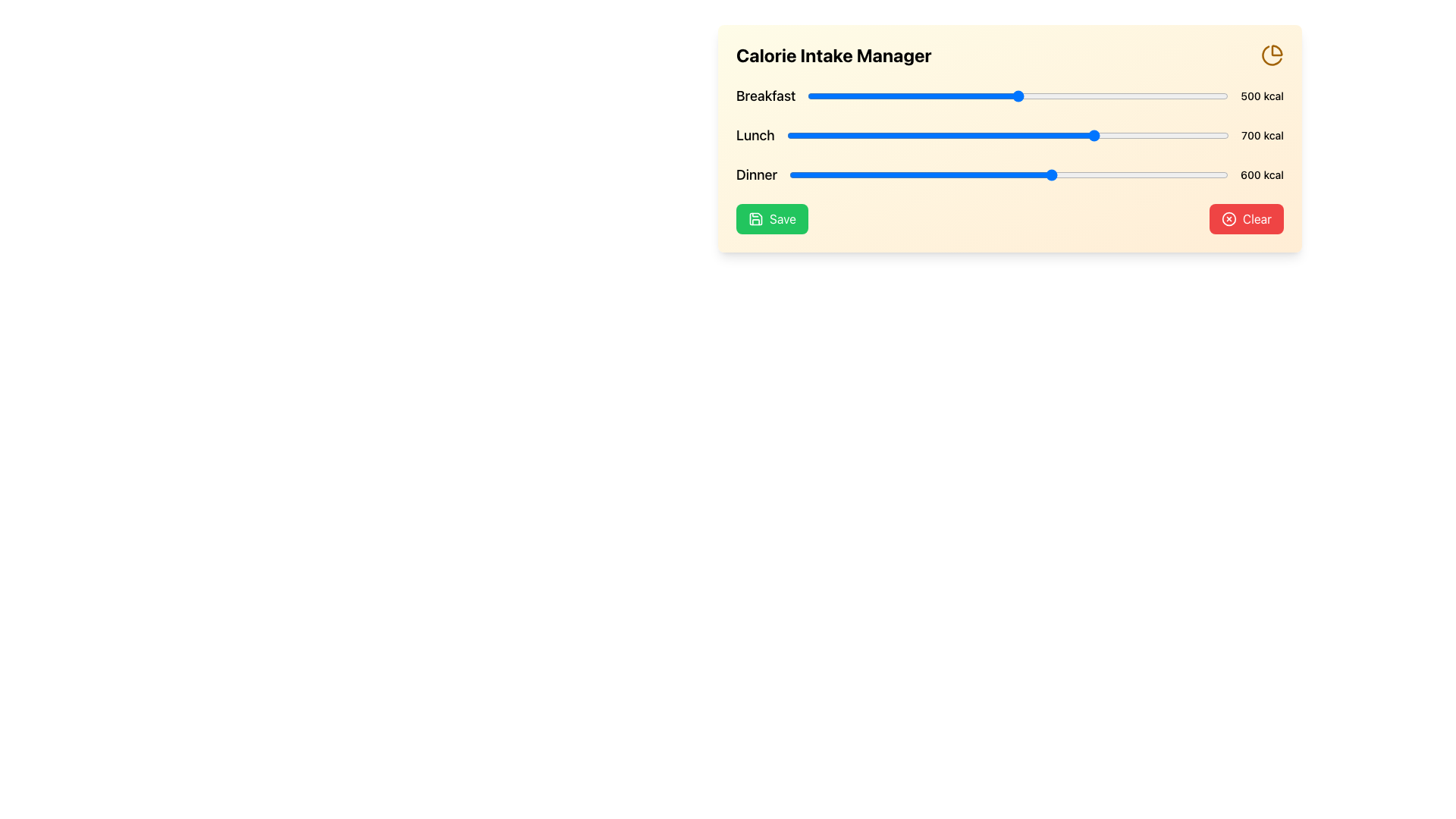 Image resolution: width=1456 pixels, height=819 pixels. Describe the element at coordinates (783, 219) in the screenshot. I see `the 'Save' text label inside the green button with rounded corners, which features a save icon to the left of the text, located near the bottom-left corner of the interface box` at that location.